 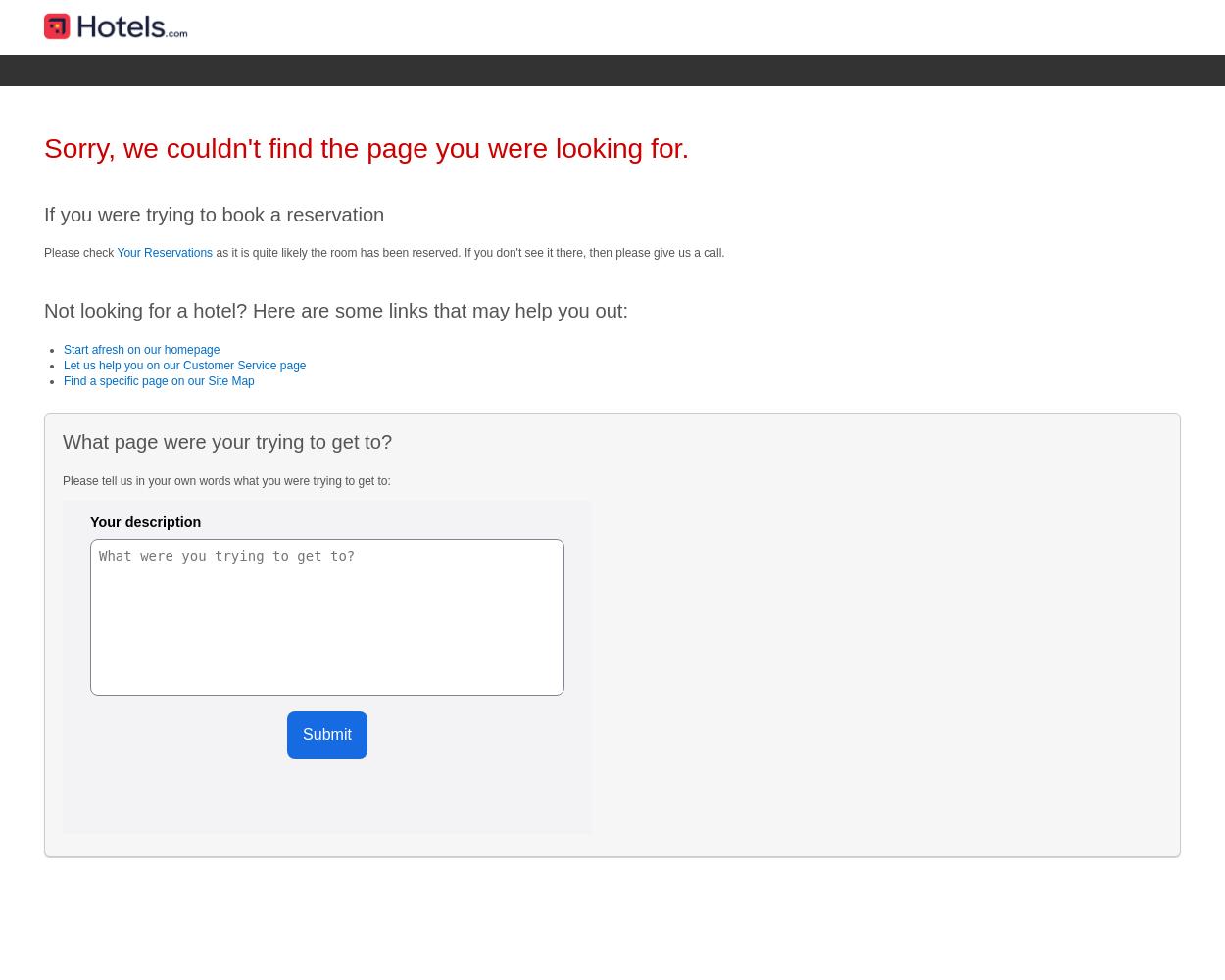 I want to click on 'as it is quite likely the room has been reserved. If you don't see it there, then please give us a call.', so click(x=467, y=252).